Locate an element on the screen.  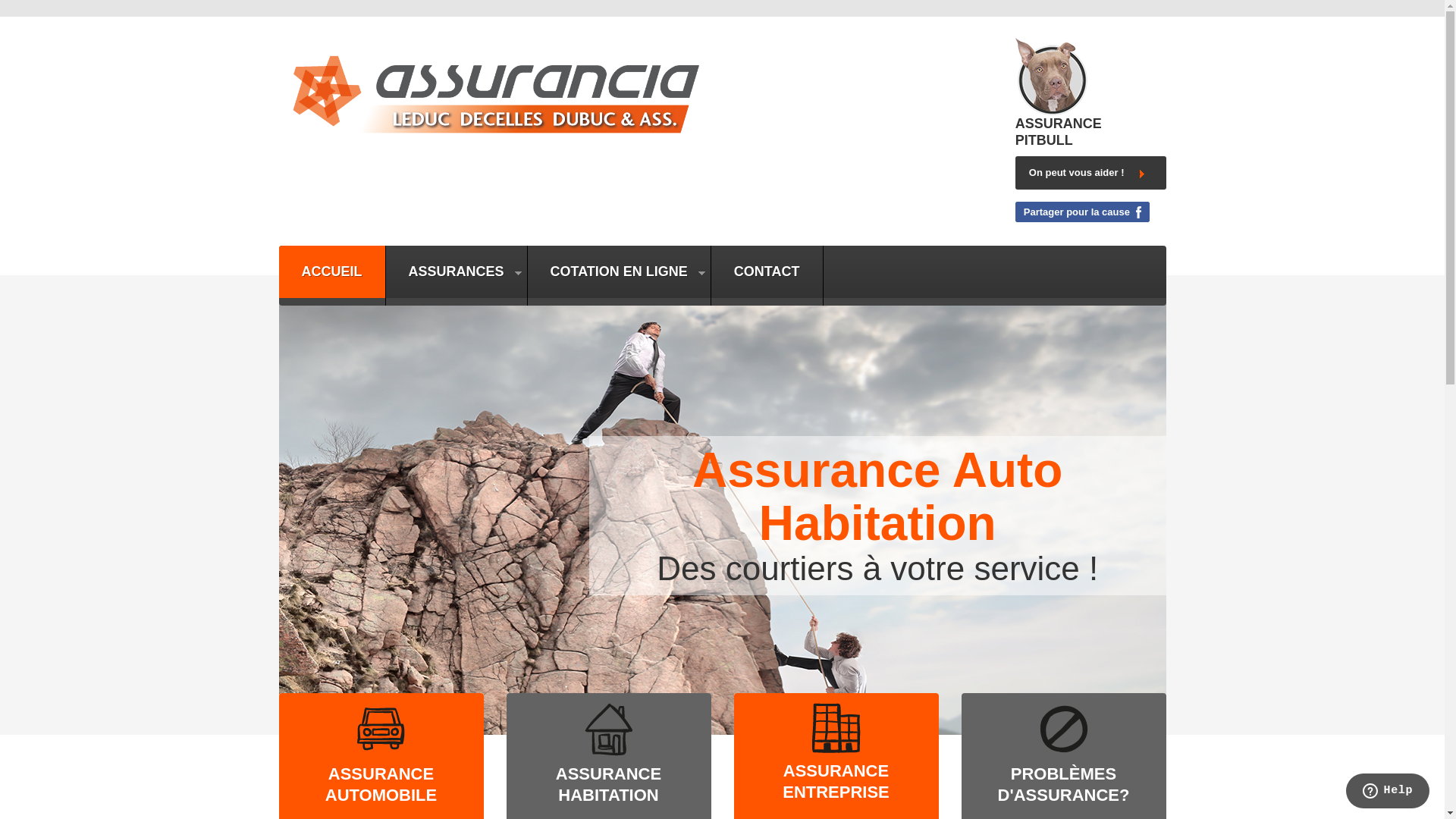
'CONTACT' is located at coordinates (767, 271).